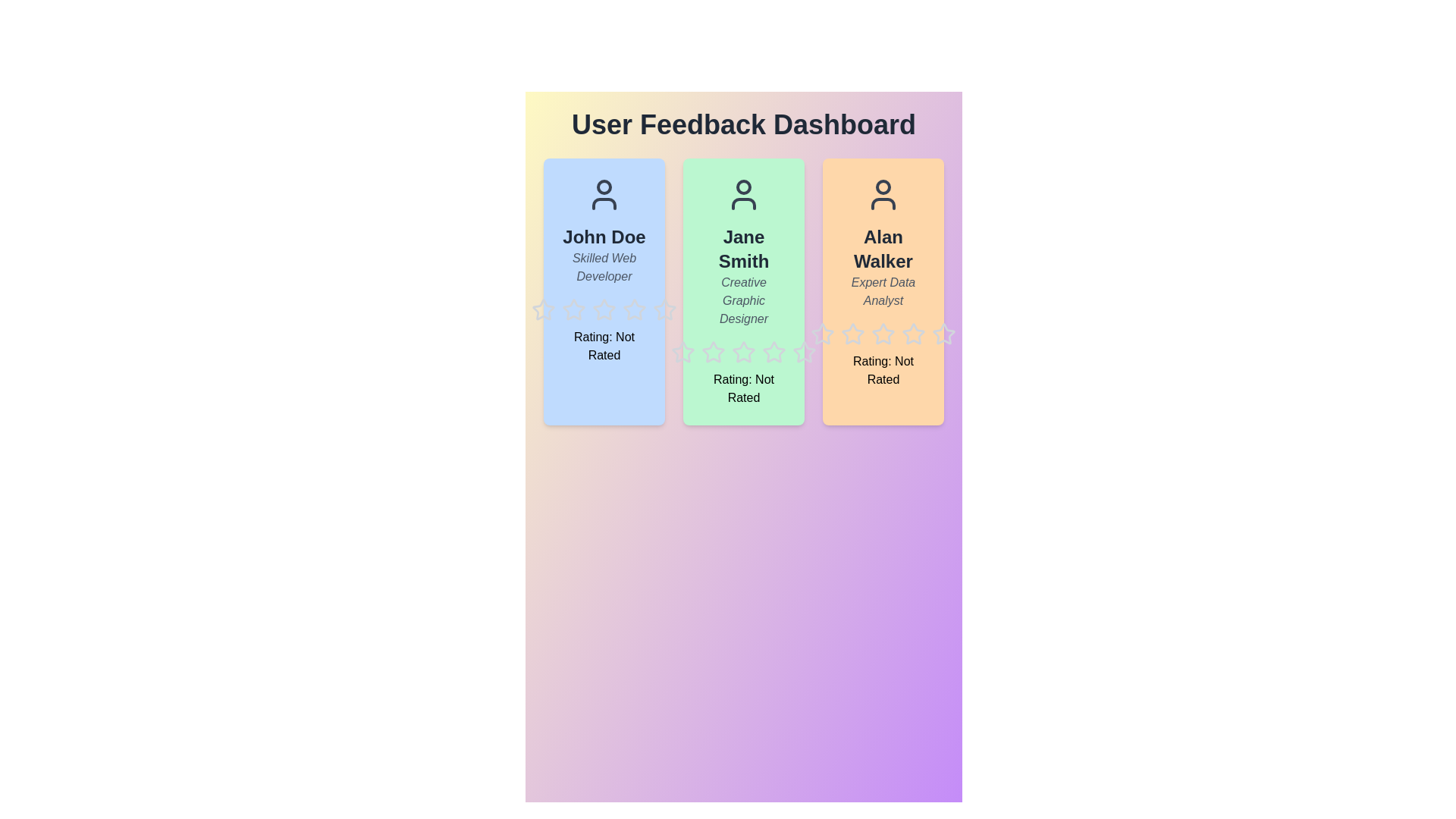  I want to click on the star icon corresponding to 2 for user Alan Walker, so click(839, 321).